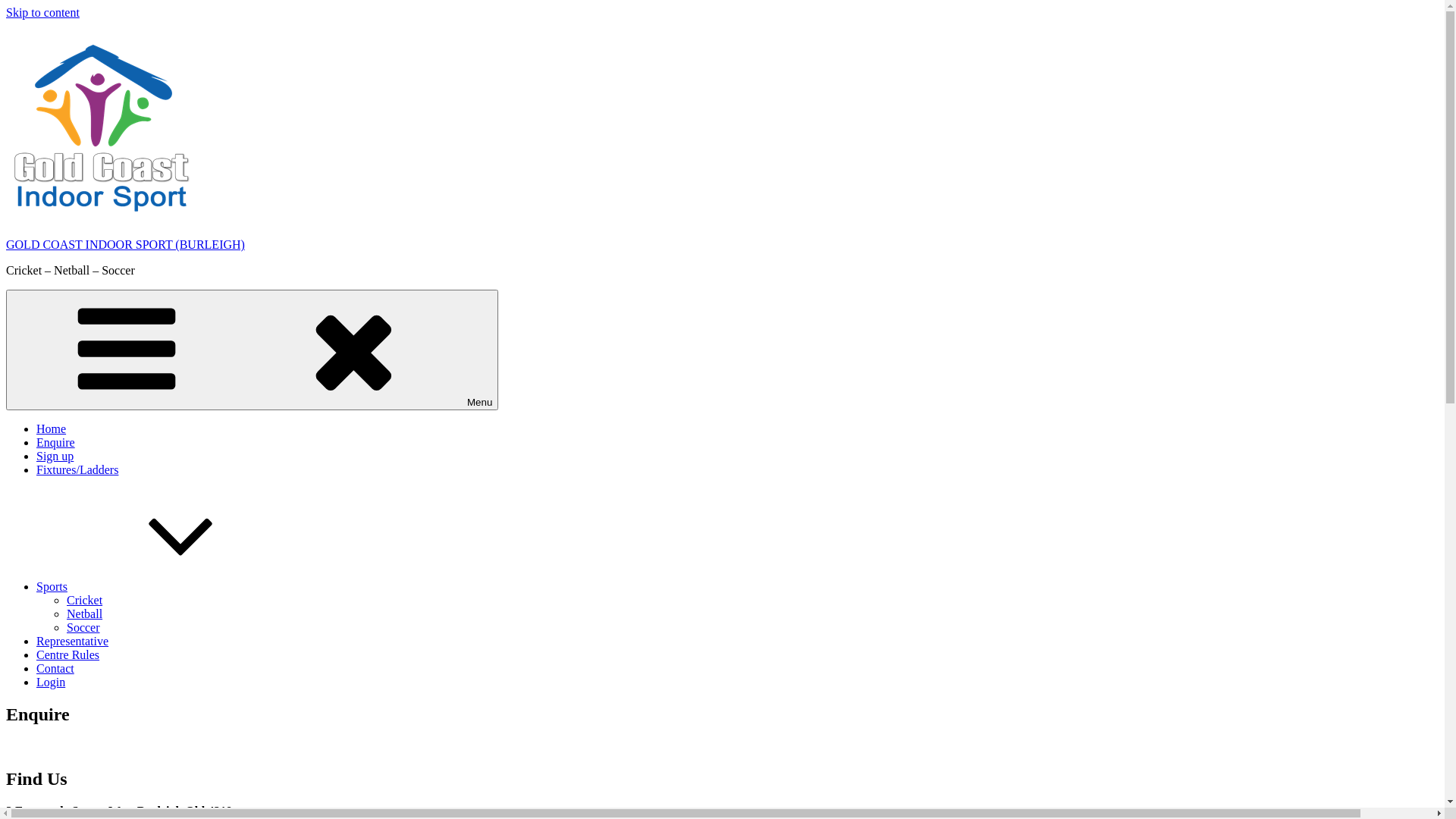  What do you see at coordinates (165, 585) in the screenshot?
I see `'Sports'` at bounding box center [165, 585].